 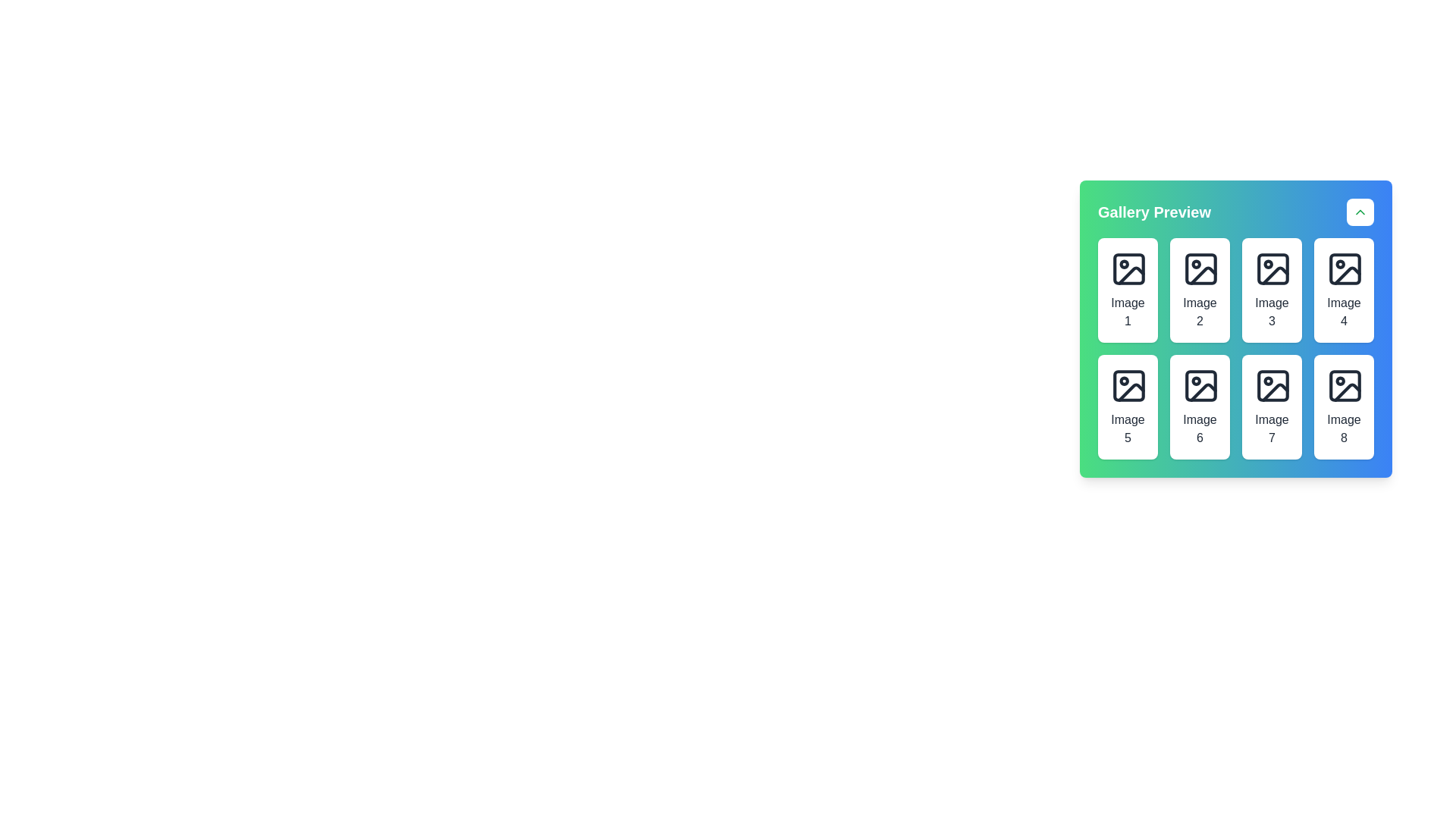 I want to click on the Gallery item labeled 'Image 3' which is the third element in the first row of a 4x2 grid layout, so click(x=1272, y=290).